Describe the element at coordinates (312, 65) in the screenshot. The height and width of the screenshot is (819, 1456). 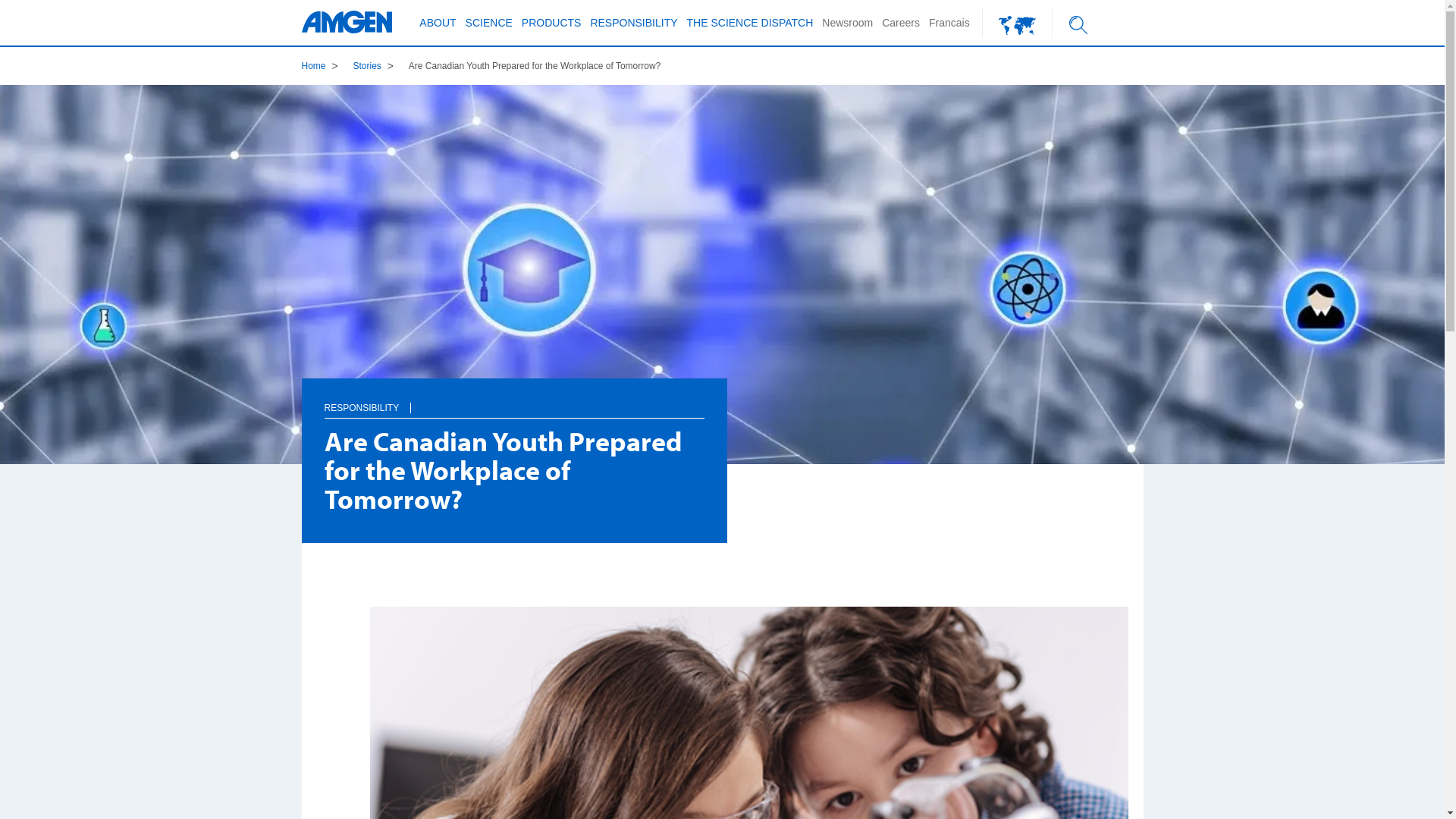
I see `'Home'` at that location.